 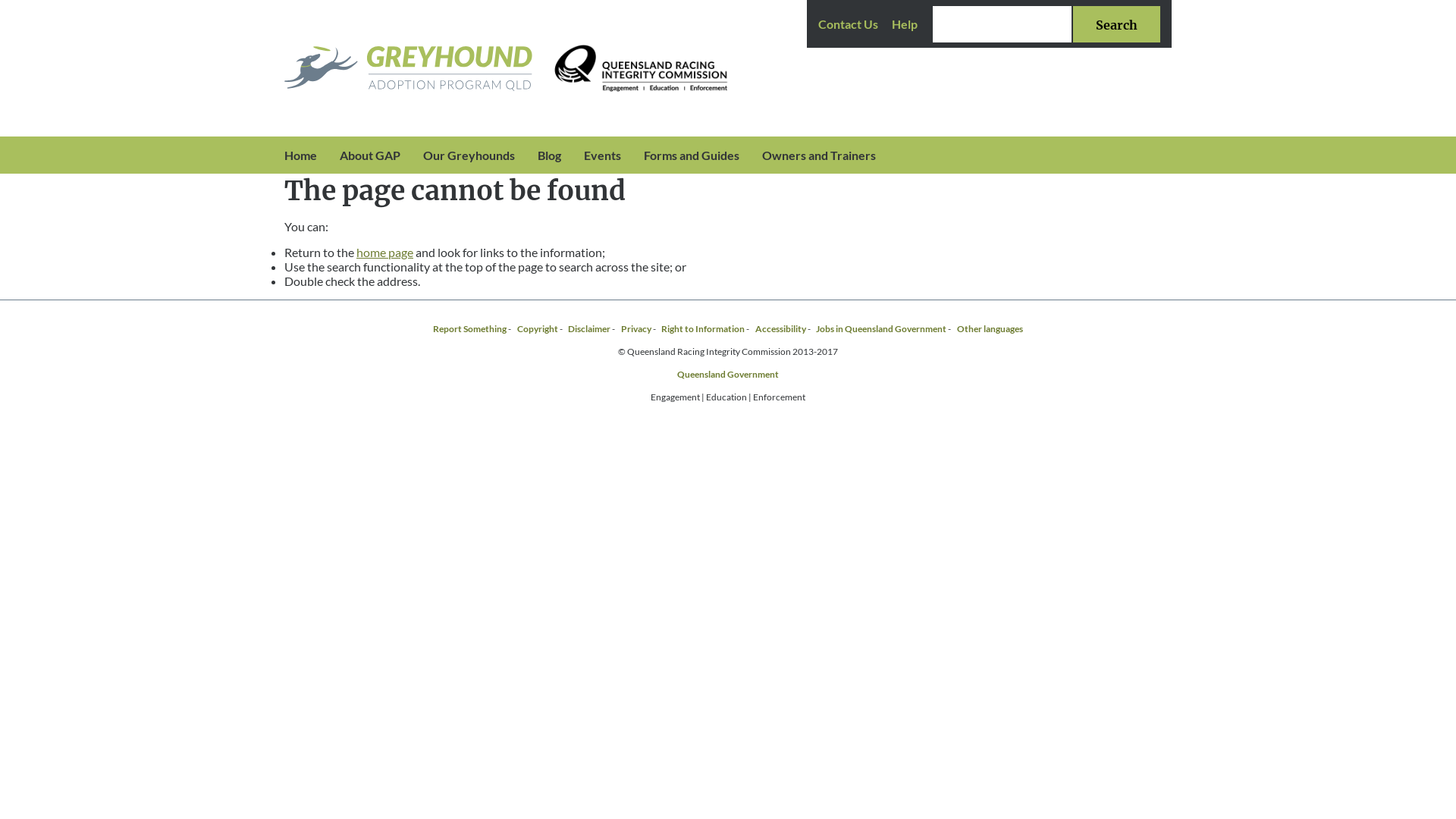 What do you see at coordinates (880, 328) in the screenshot?
I see `'Jobs in Queensland Government'` at bounding box center [880, 328].